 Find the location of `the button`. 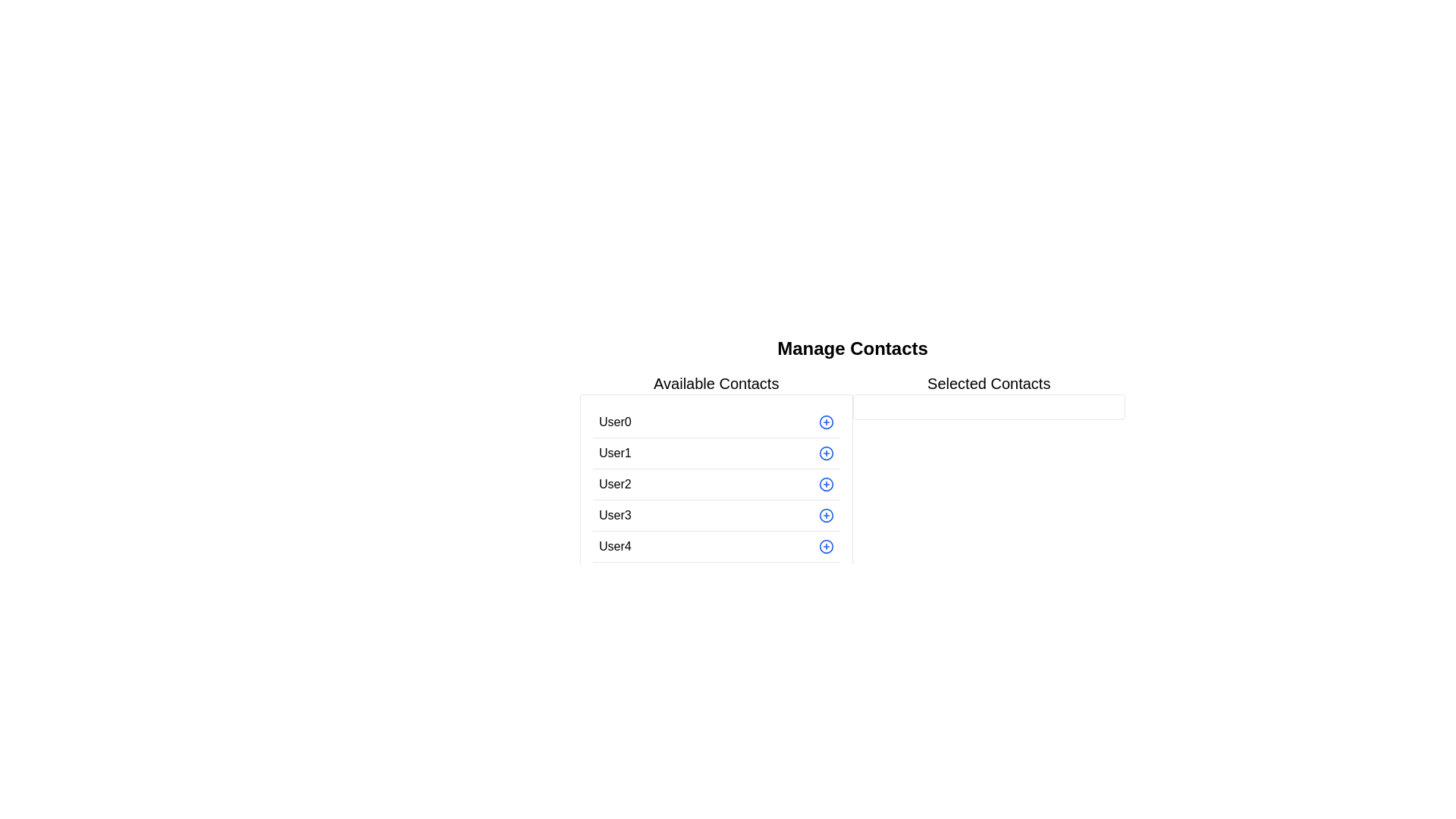

the button is located at coordinates (825, 452).